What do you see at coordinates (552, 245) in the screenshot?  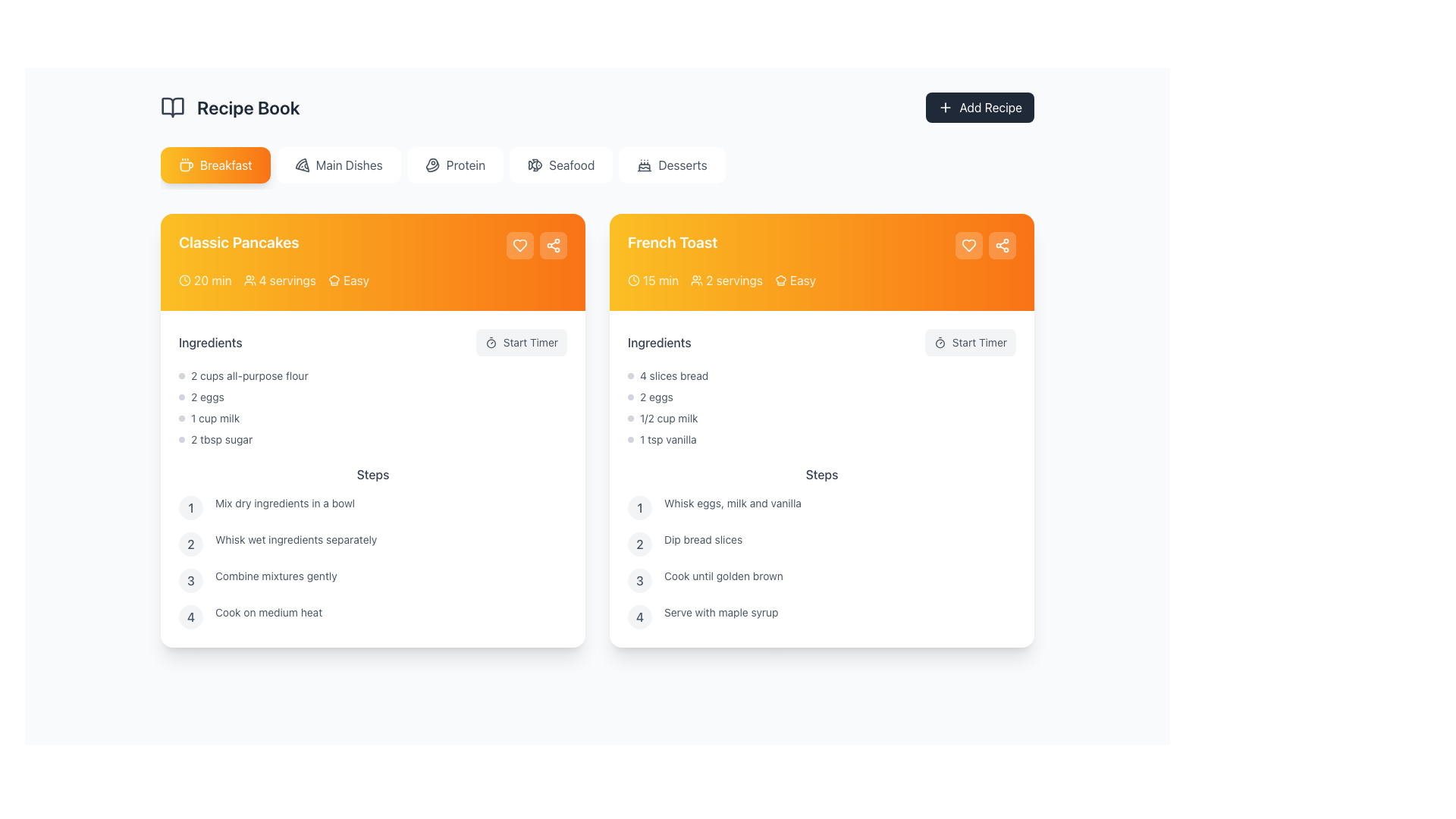 I see `the share icon, which is the rightmost icon in the header section of the 'French Toast' card, styled in white against an orange background` at bounding box center [552, 245].